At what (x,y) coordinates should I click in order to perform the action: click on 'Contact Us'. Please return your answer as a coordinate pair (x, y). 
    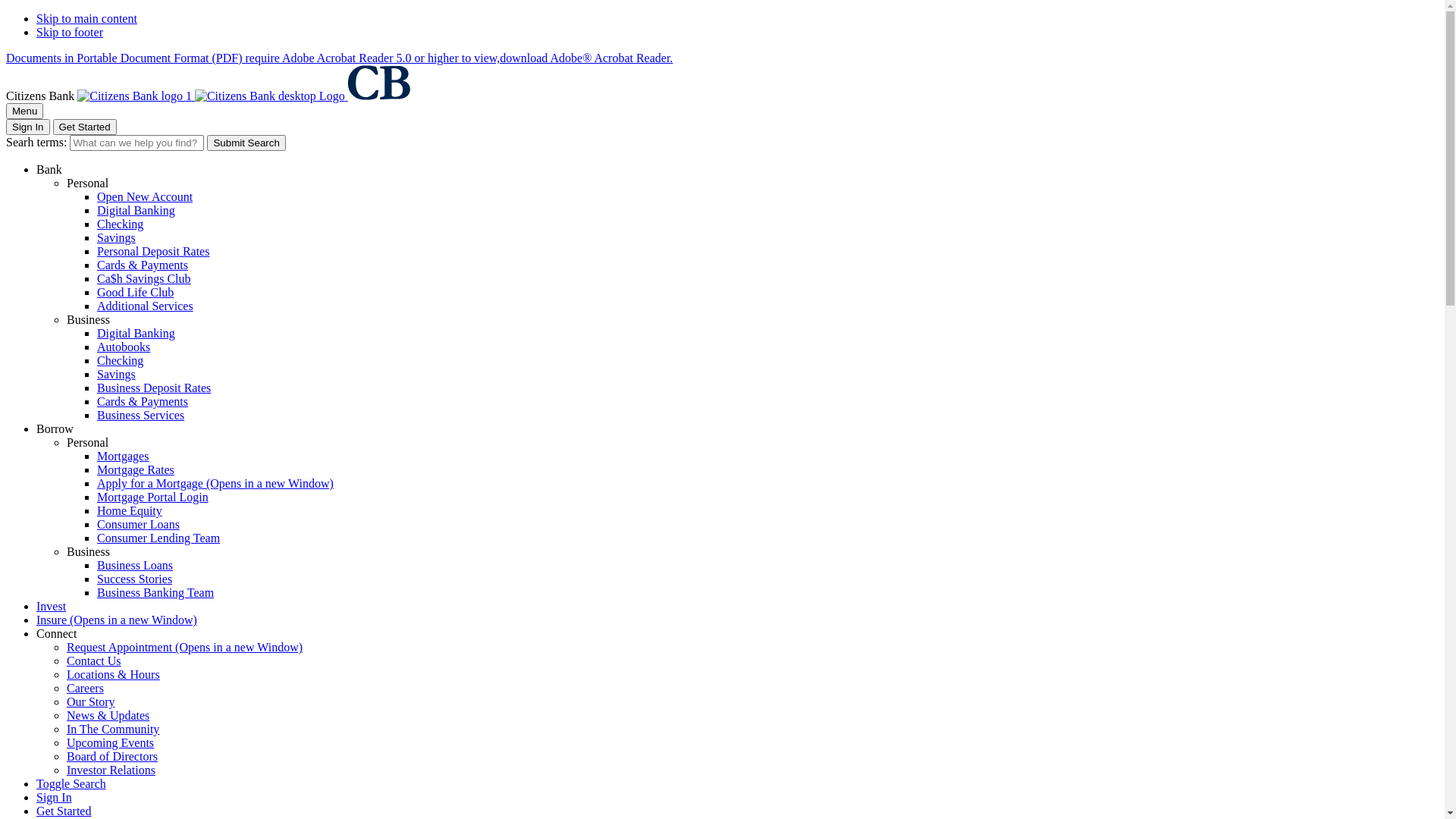
    Looking at the image, I should click on (93, 660).